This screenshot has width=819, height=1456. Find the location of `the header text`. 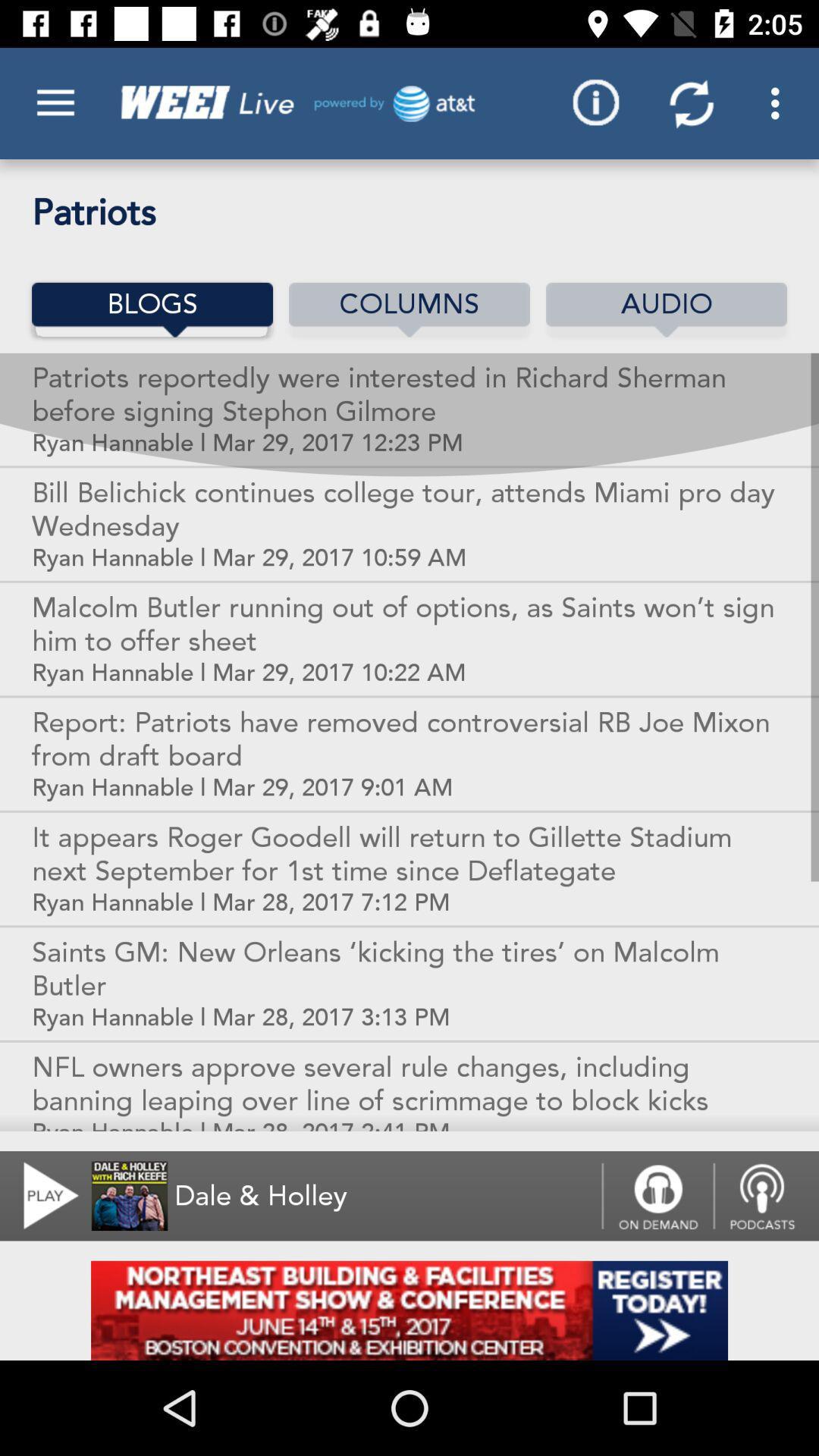

the header text is located at coordinates (293, 102).